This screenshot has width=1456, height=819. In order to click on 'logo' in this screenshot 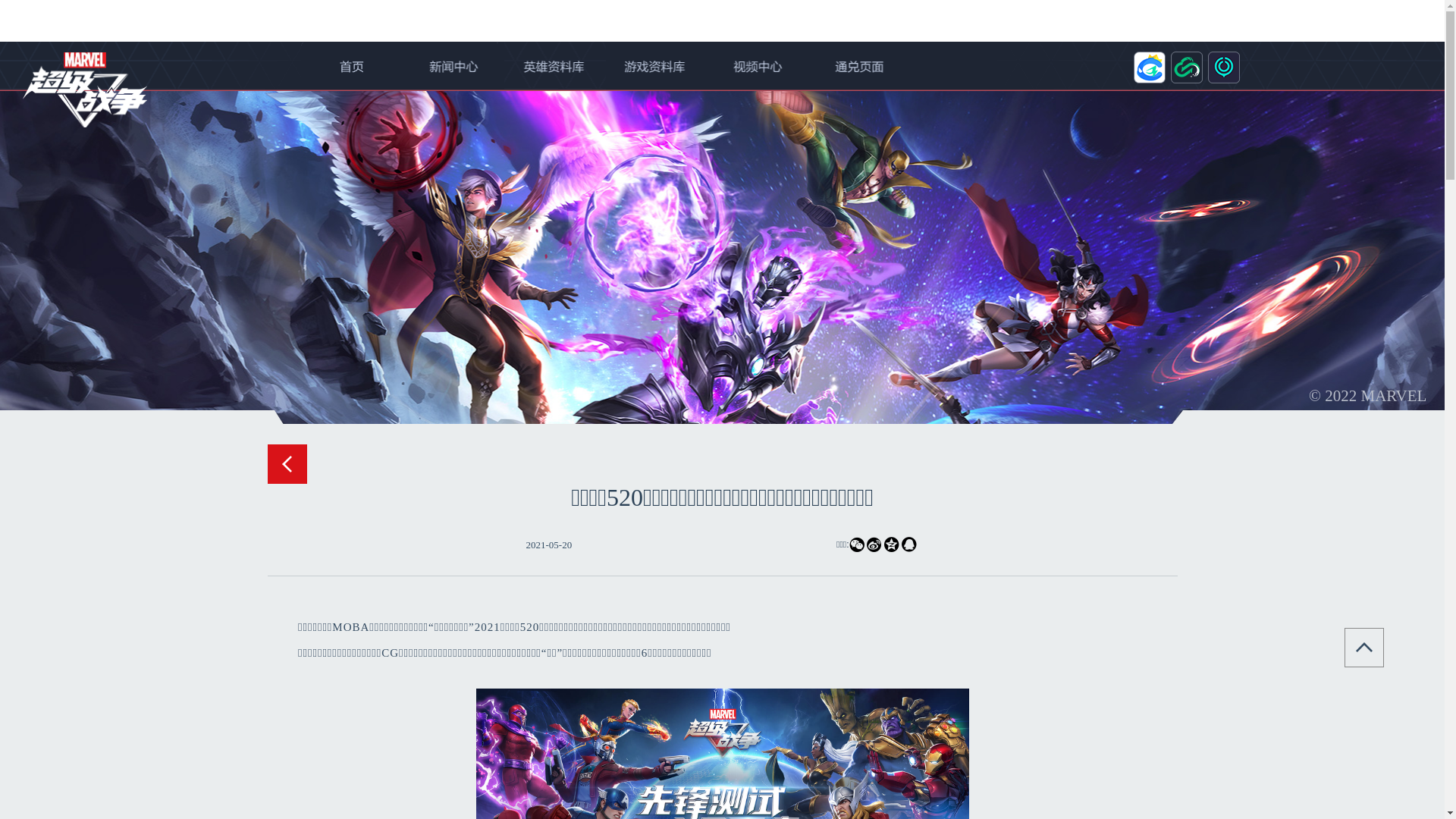, I will do `click(83, 89)`.